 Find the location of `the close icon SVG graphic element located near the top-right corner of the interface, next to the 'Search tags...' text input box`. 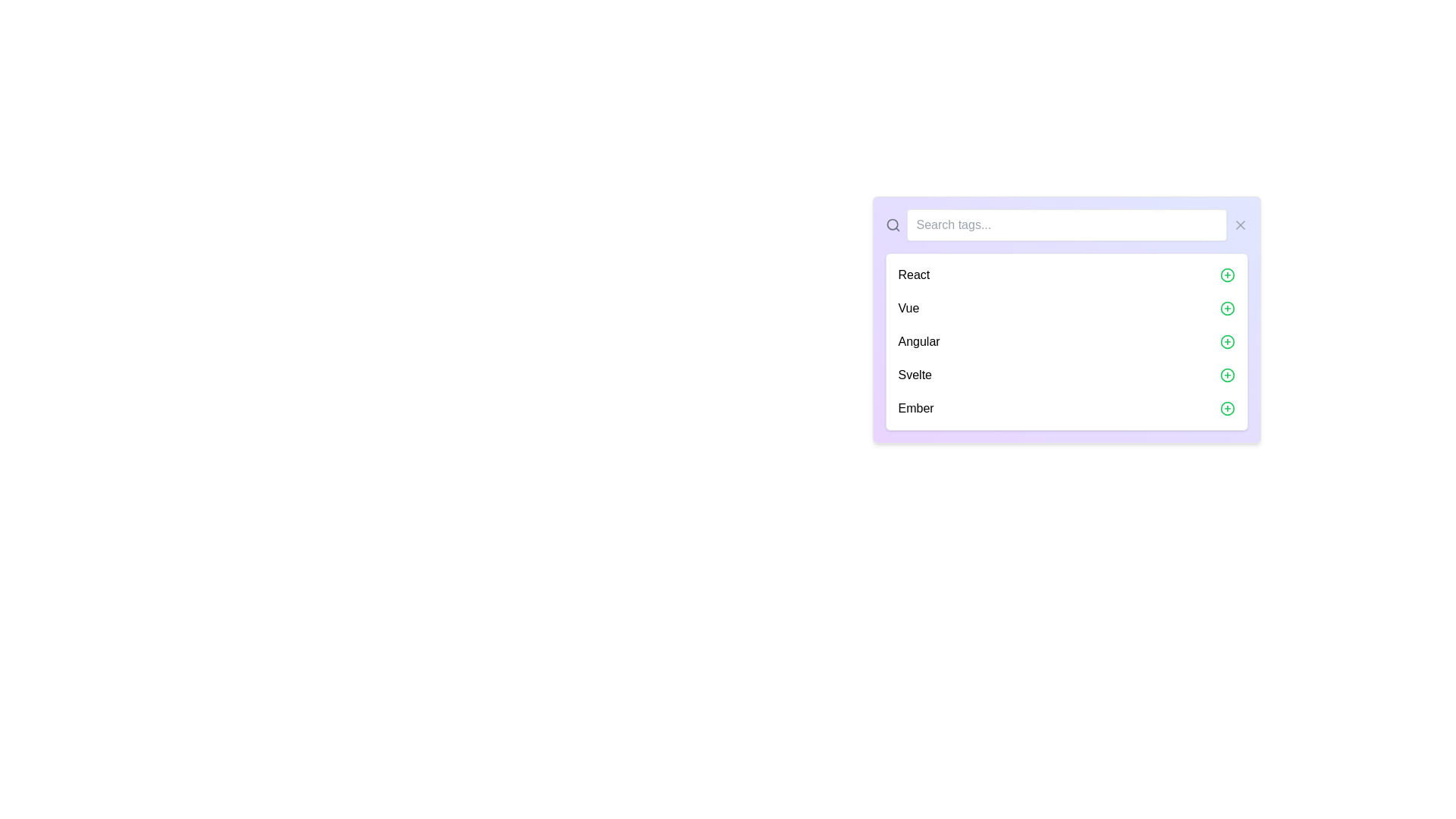

the close icon SVG graphic element located near the top-right corner of the interface, next to the 'Search tags...' text input box is located at coordinates (1240, 225).